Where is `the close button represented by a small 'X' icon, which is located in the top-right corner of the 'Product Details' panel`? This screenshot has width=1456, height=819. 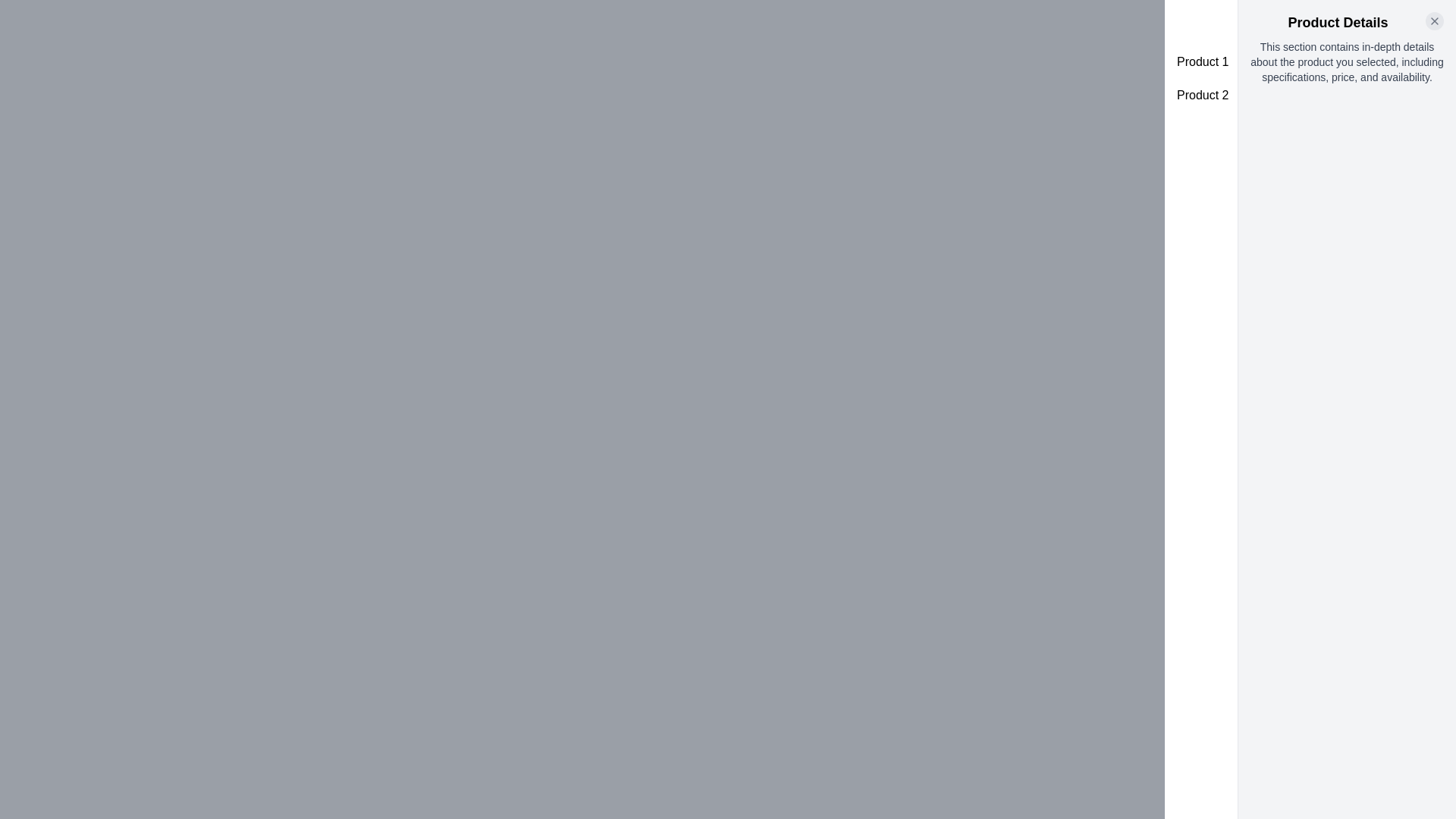 the close button represented by a small 'X' icon, which is located in the top-right corner of the 'Product Details' panel is located at coordinates (1433, 20).